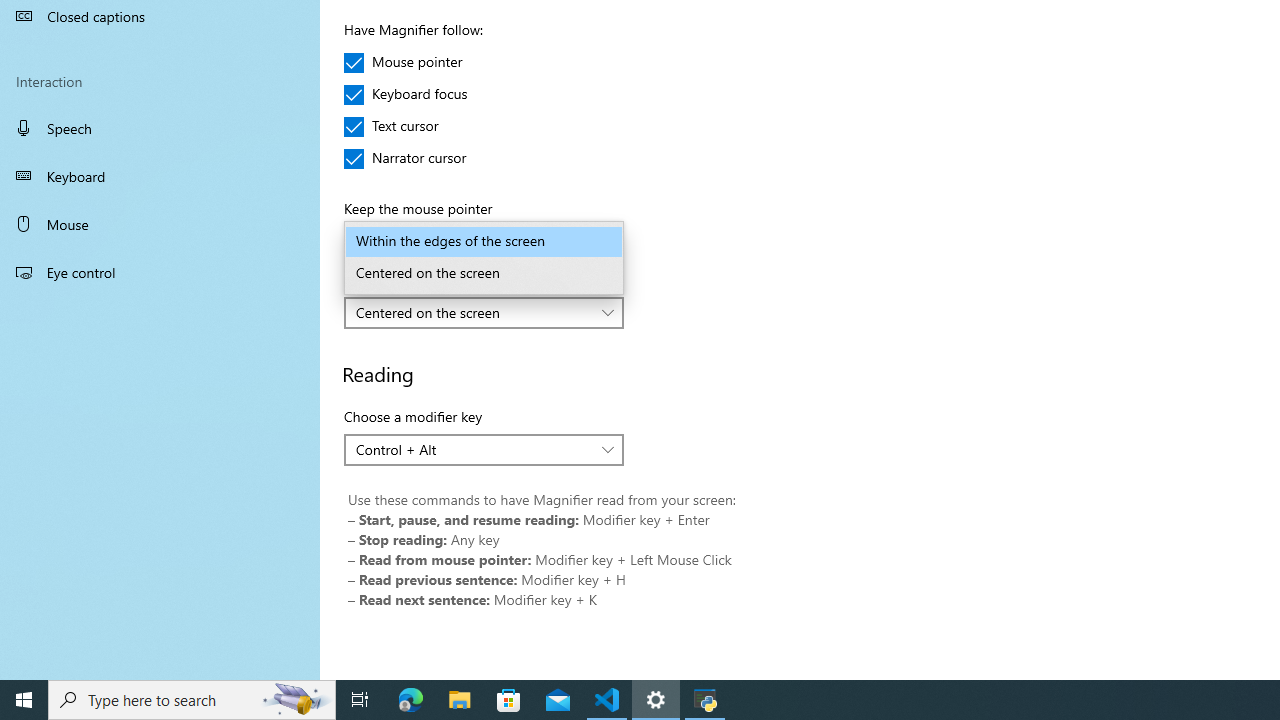  Describe the element at coordinates (405, 95) in the screenshot. I see `'Keyboard focus'` at that location.